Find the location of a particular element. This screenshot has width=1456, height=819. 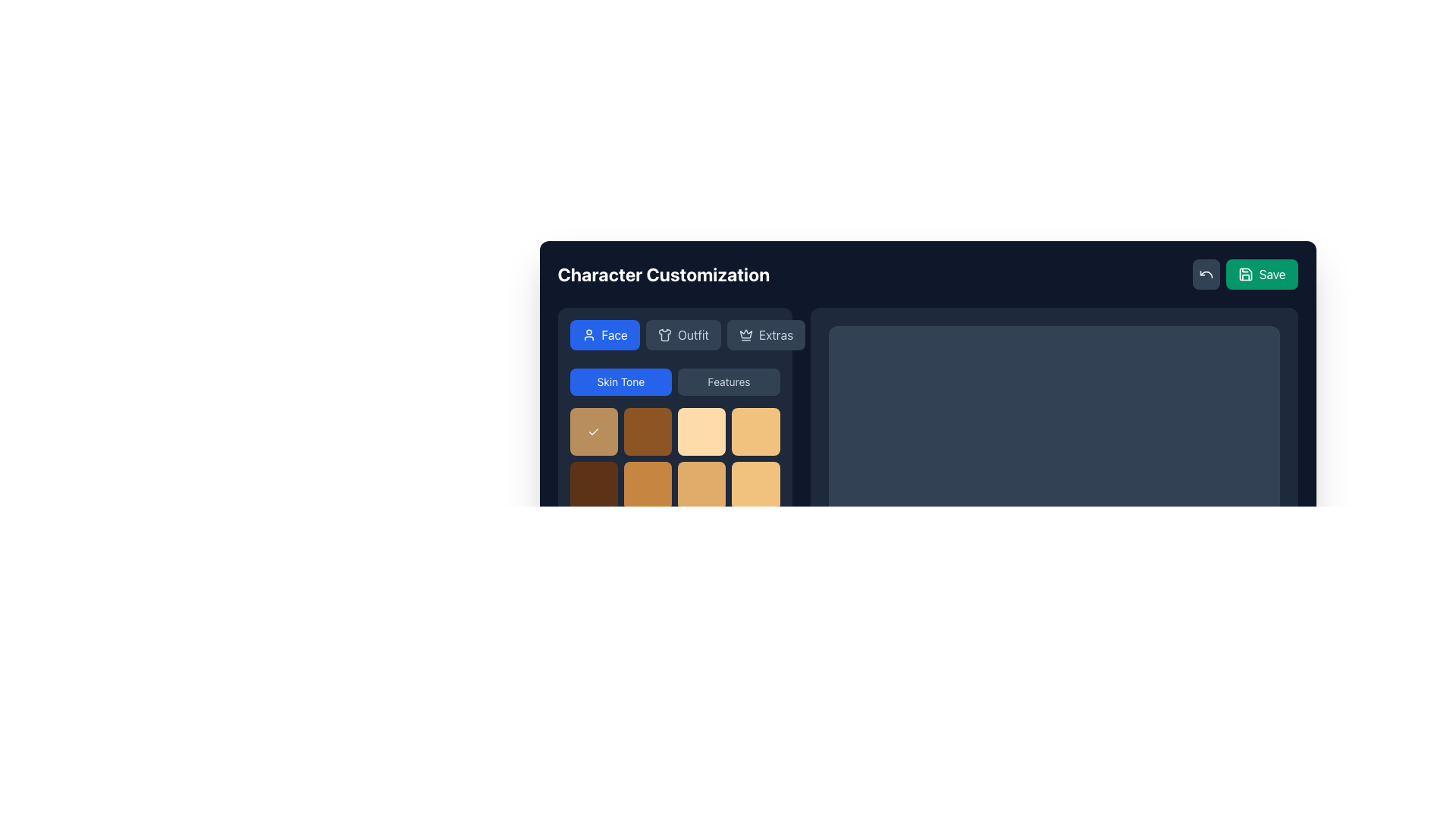

the button labeled 'Outfit', which has a dark gray background with a white shirt icon and light gray text is located at coordinates (682, 334).